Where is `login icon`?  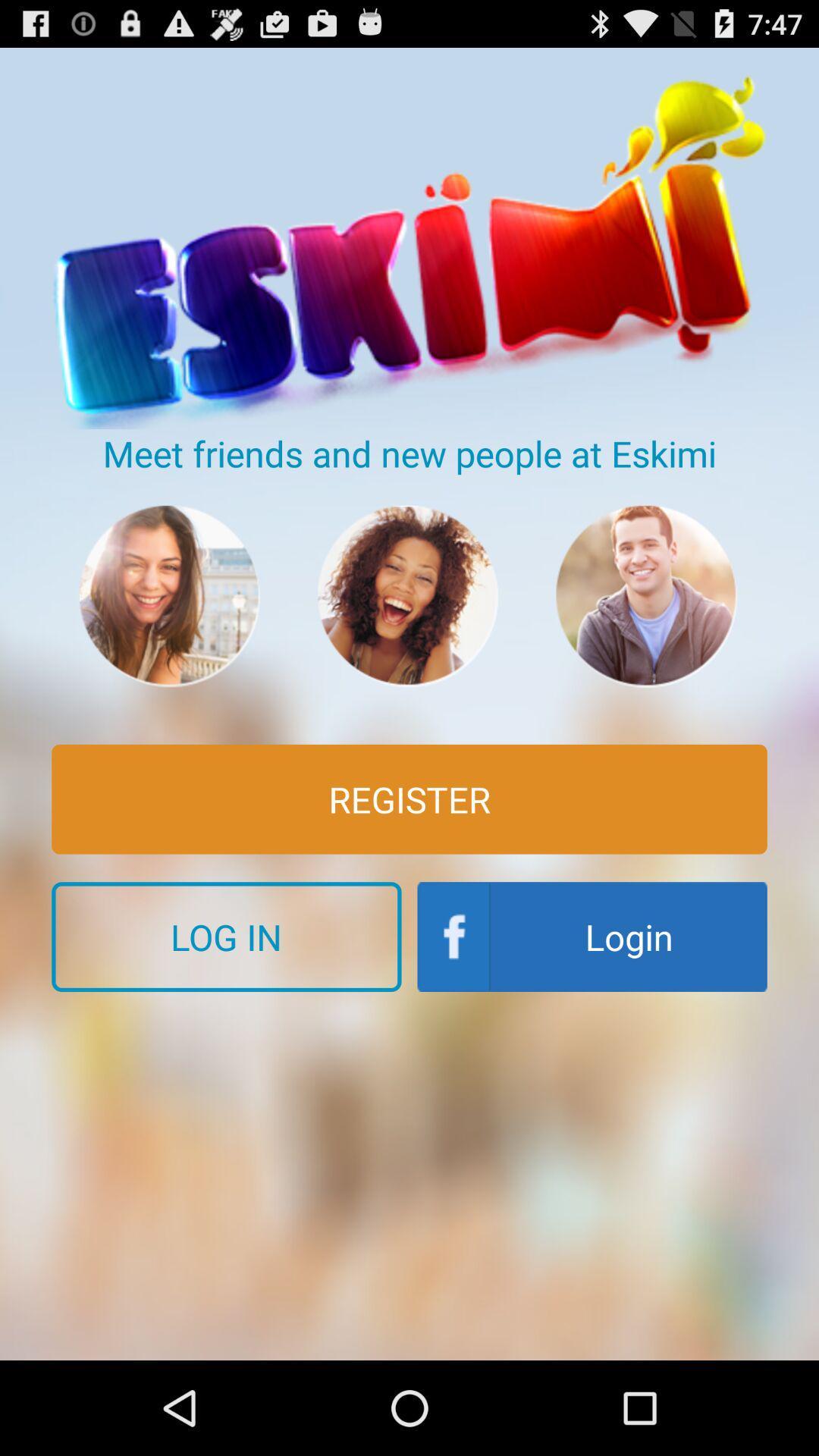 login icon is located at coordinates (591, 936).